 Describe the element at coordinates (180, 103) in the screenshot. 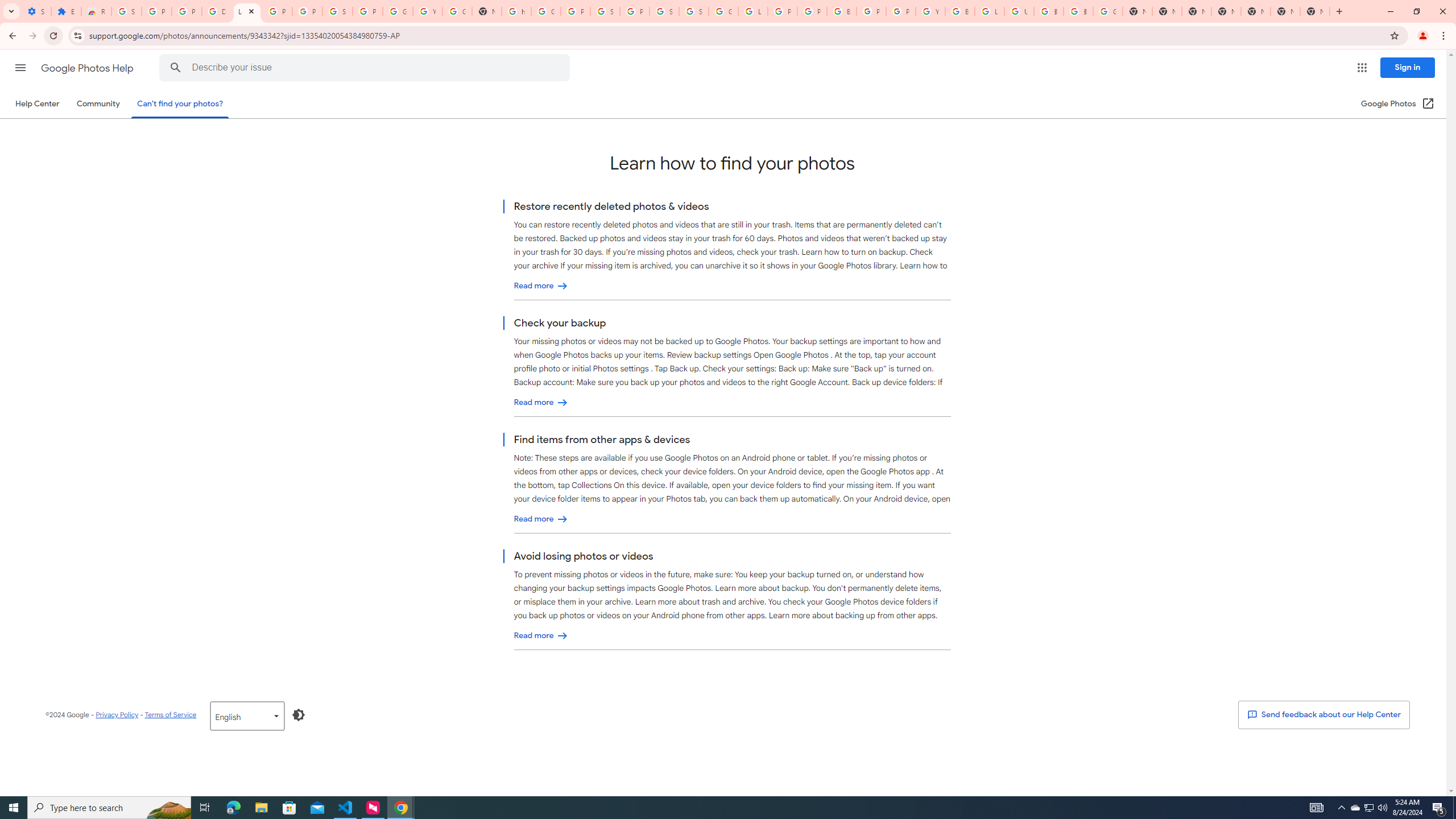

I see `'Can'` at that location.